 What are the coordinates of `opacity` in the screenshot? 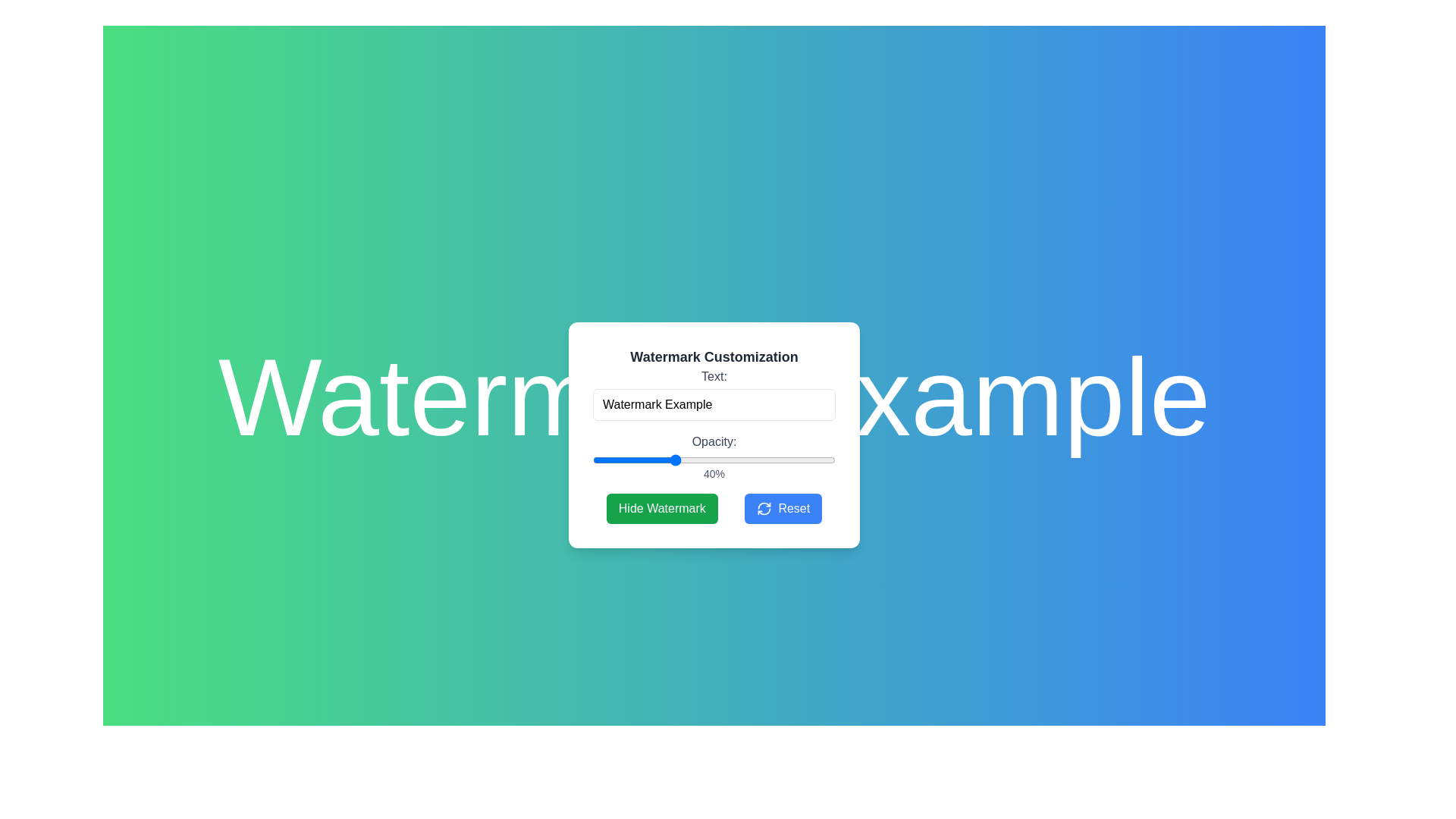 It's located at (829, 459).